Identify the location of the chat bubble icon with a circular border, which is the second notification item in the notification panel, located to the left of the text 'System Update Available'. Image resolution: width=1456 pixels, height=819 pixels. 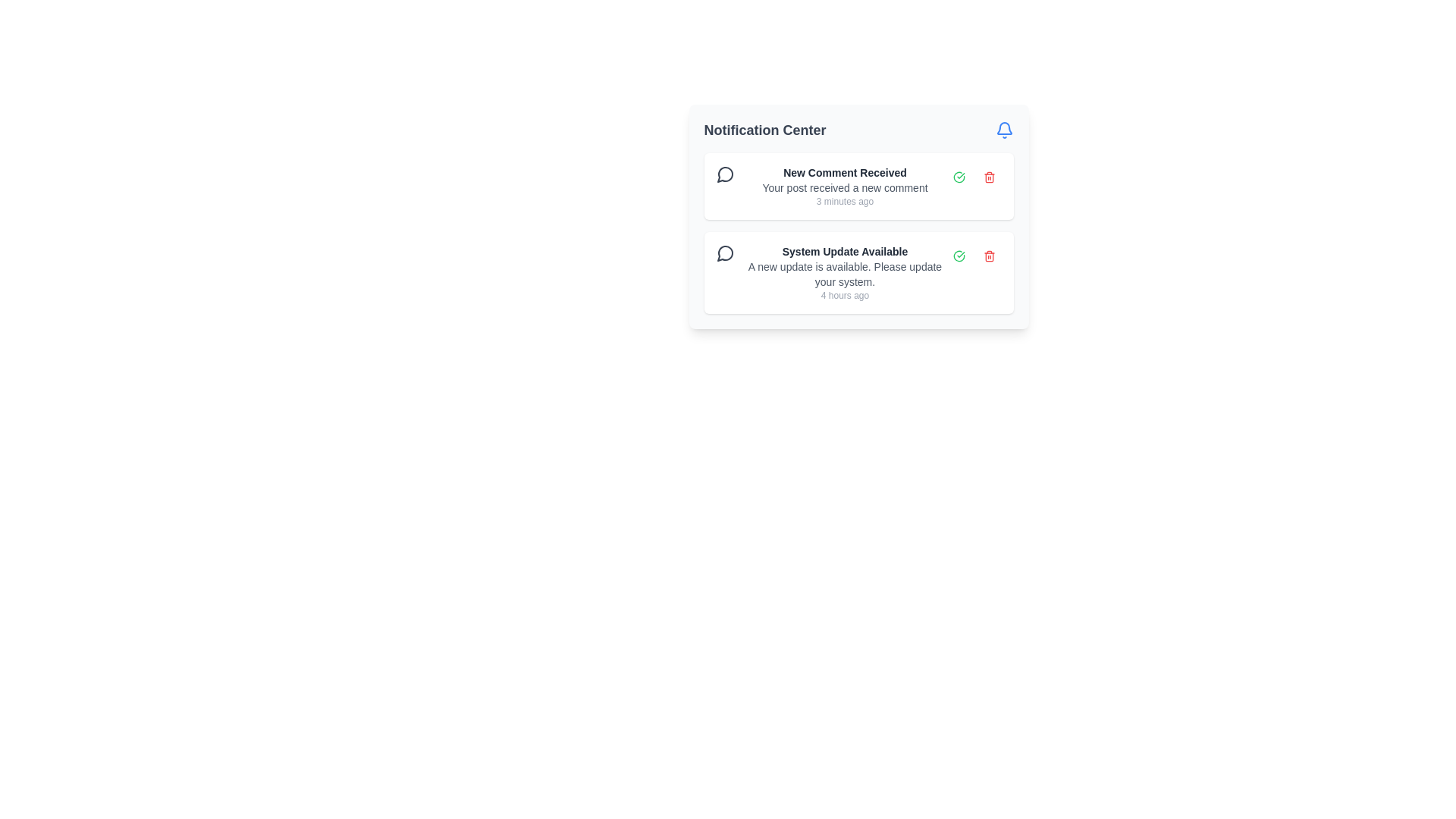
(724, 253).